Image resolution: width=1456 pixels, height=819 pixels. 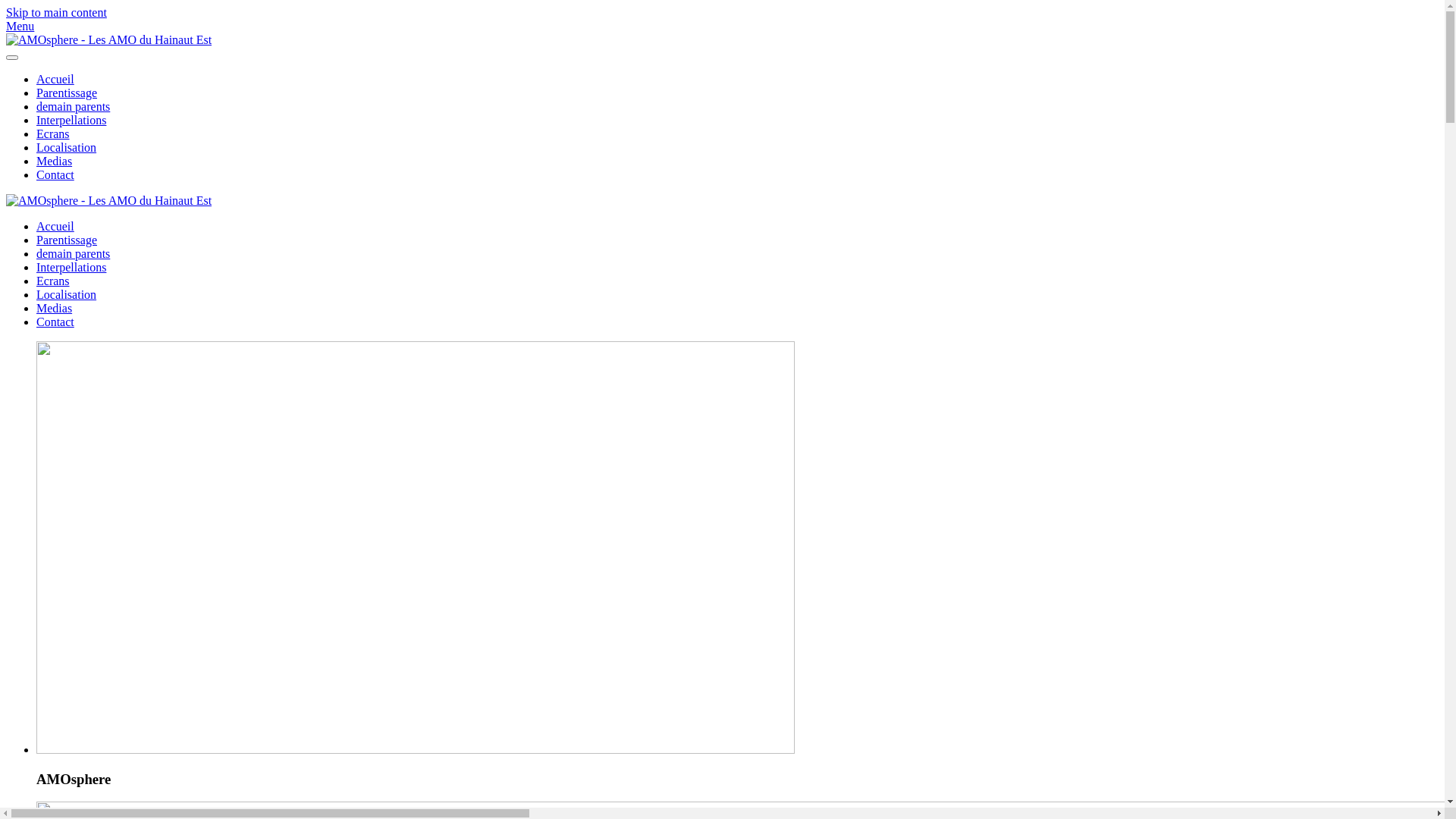 I want to click on 'demain parents', so click(x=72, y=253).